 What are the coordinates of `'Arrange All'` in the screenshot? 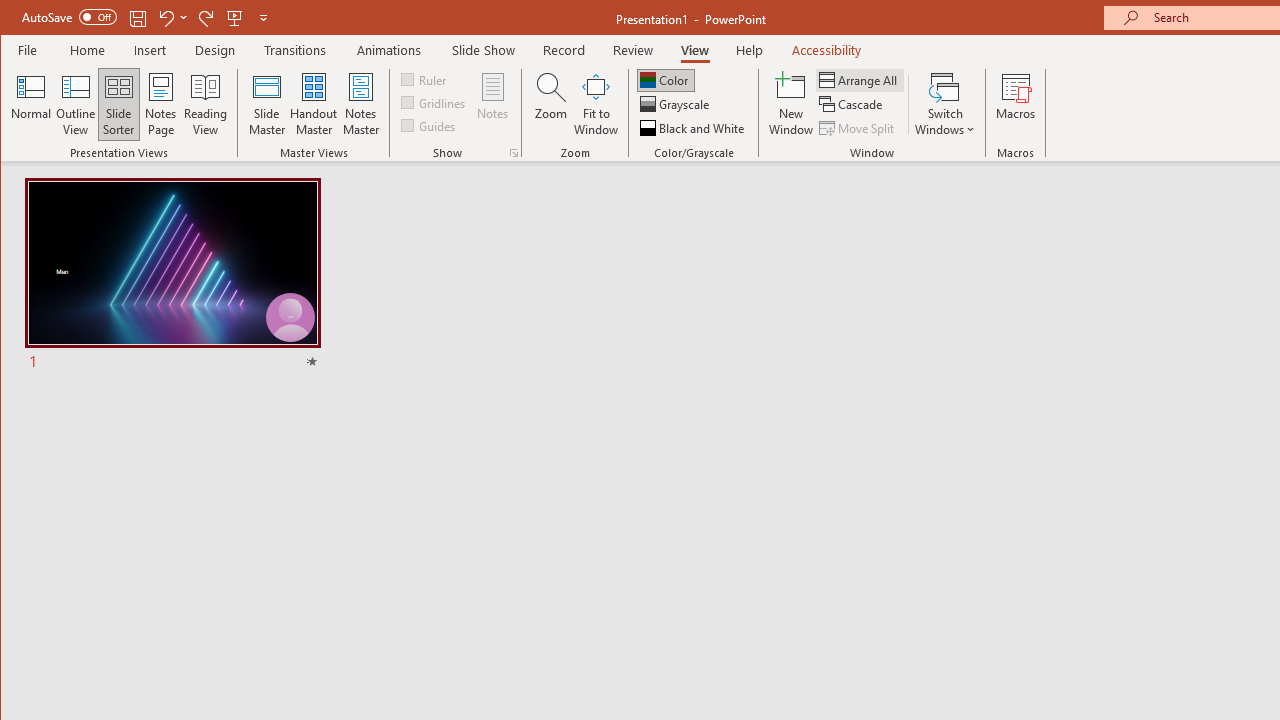 It's located at (860, 79).